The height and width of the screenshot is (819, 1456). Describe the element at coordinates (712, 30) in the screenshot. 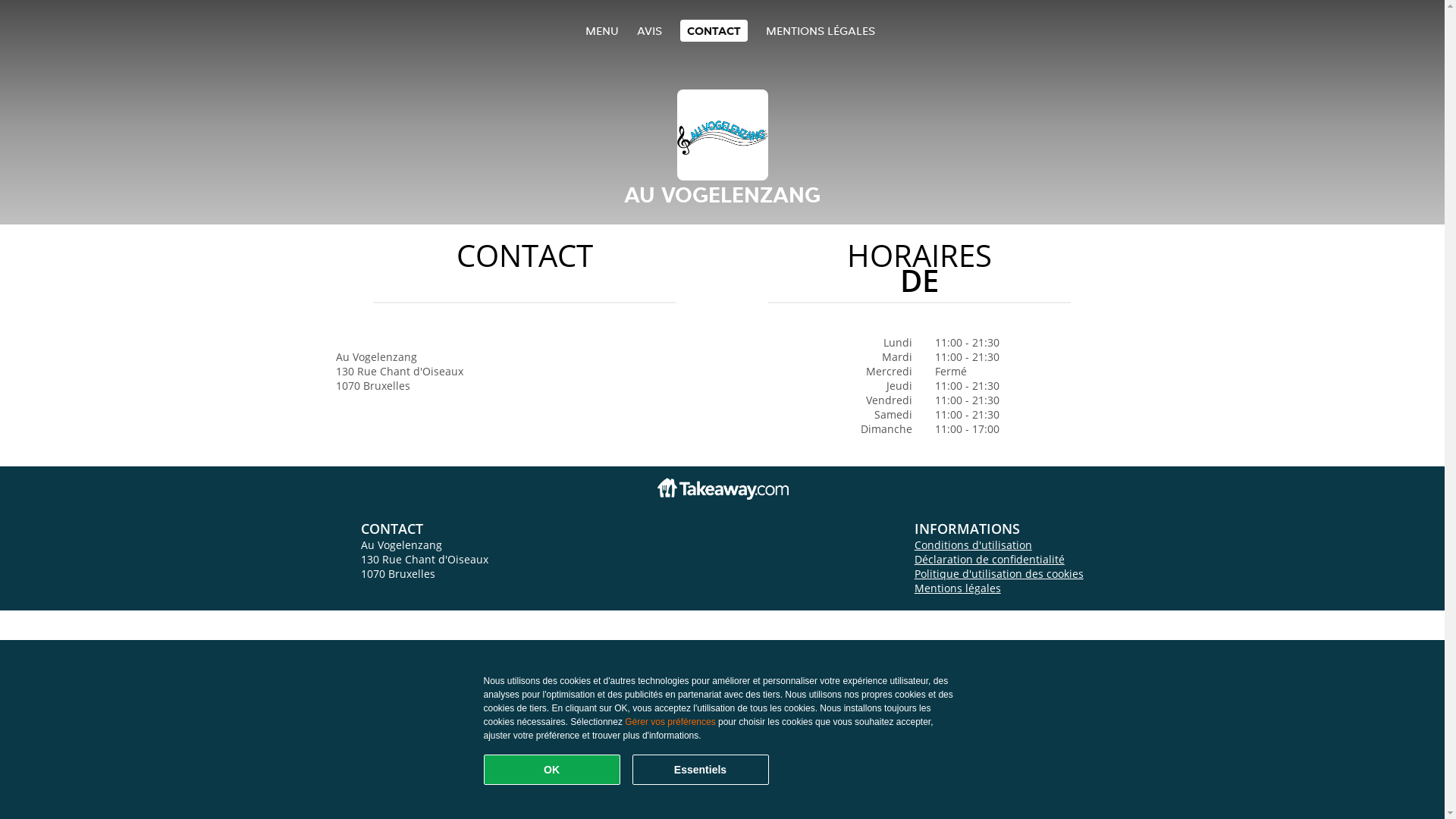

I see `'CONTACT'` at that location.